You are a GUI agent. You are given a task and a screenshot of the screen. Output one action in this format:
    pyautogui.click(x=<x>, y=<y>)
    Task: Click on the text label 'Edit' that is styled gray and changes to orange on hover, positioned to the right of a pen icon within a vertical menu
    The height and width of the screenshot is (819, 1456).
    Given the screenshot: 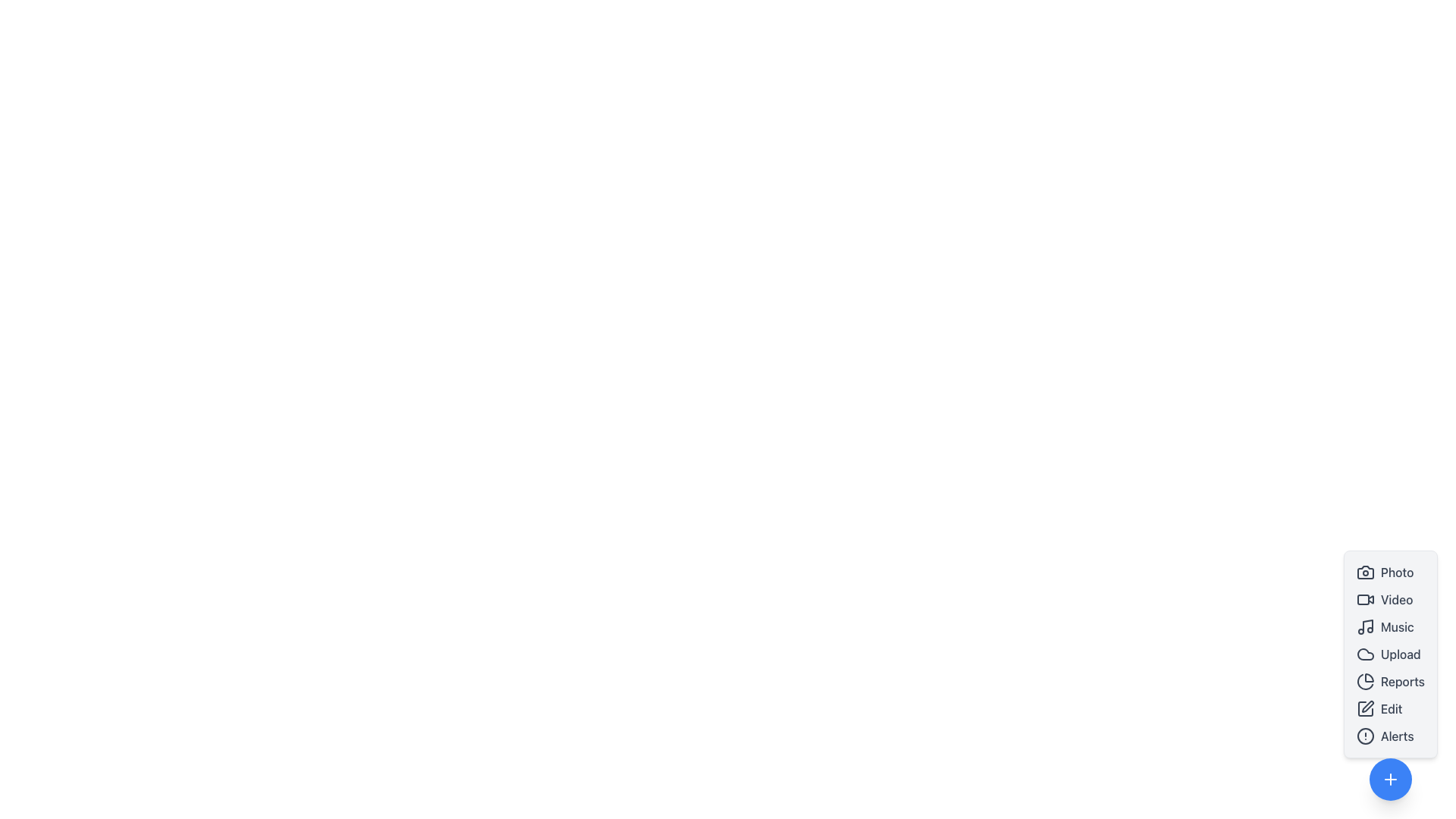 What is the action you would take?
    pyautogui.click(x=1392, y=708)
    